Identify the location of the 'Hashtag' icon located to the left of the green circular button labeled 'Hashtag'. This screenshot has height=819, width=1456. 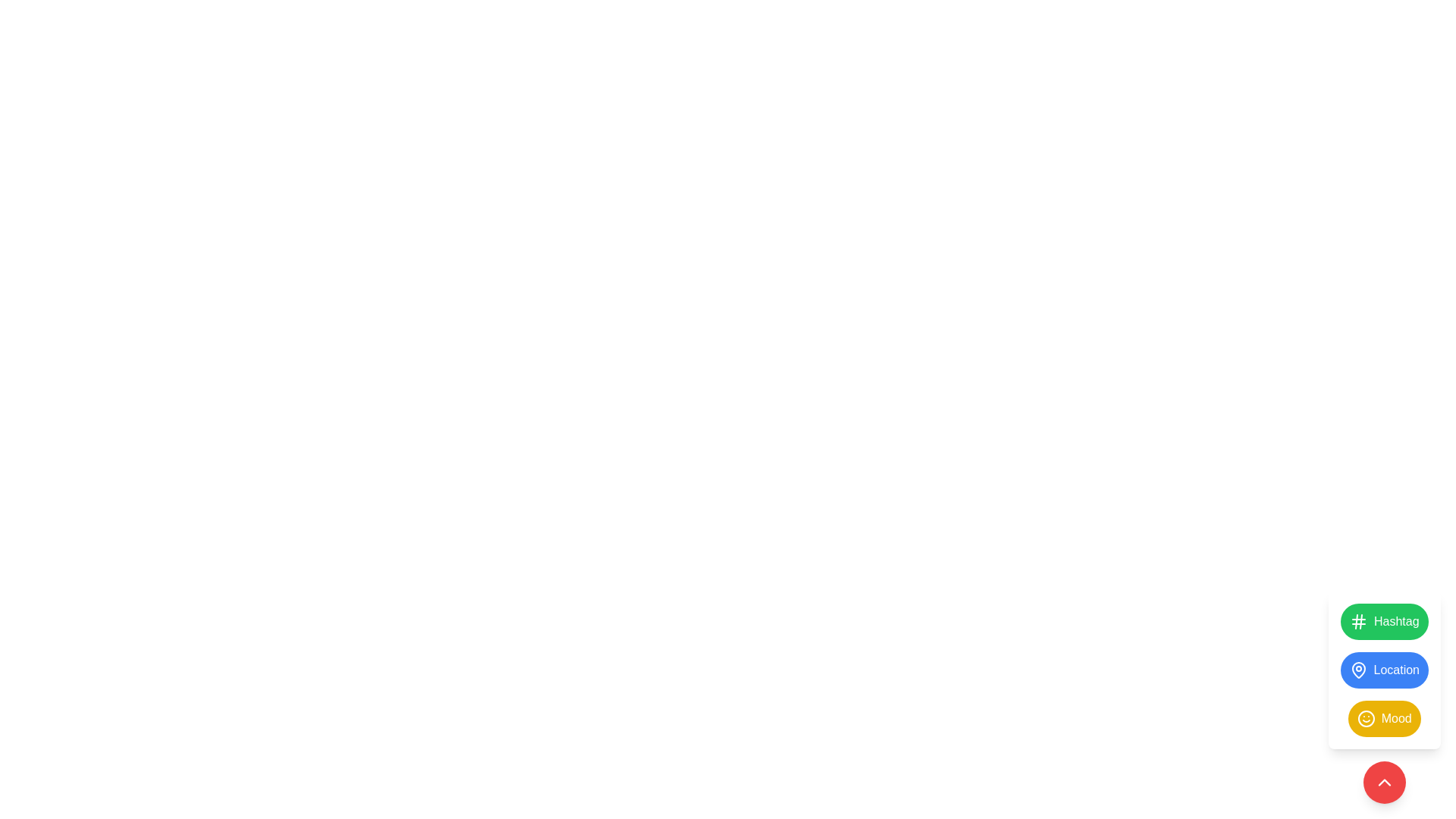
(1358, 622).